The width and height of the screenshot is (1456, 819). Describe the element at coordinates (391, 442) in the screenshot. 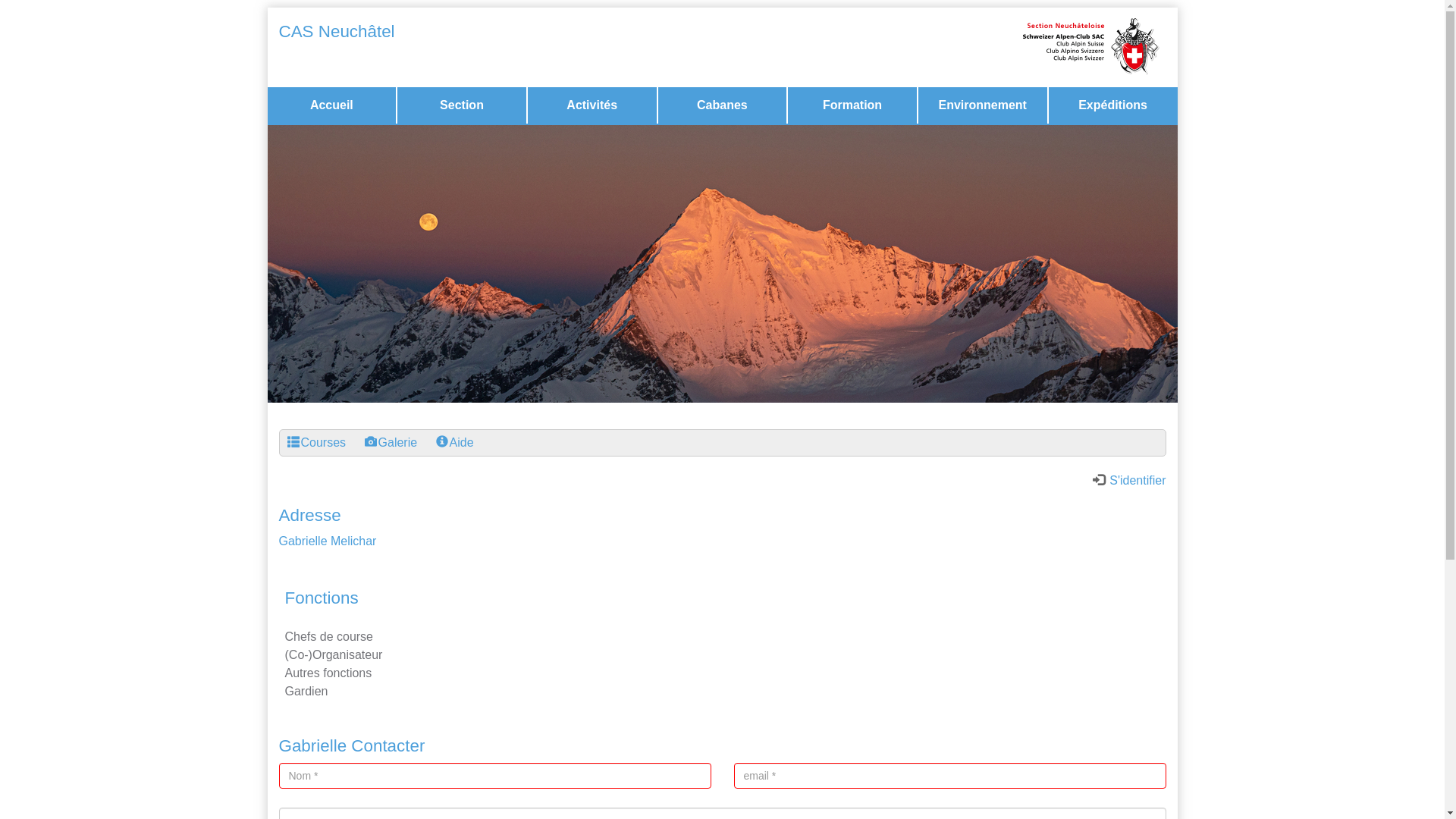

I see `'Galerie'` at that location.